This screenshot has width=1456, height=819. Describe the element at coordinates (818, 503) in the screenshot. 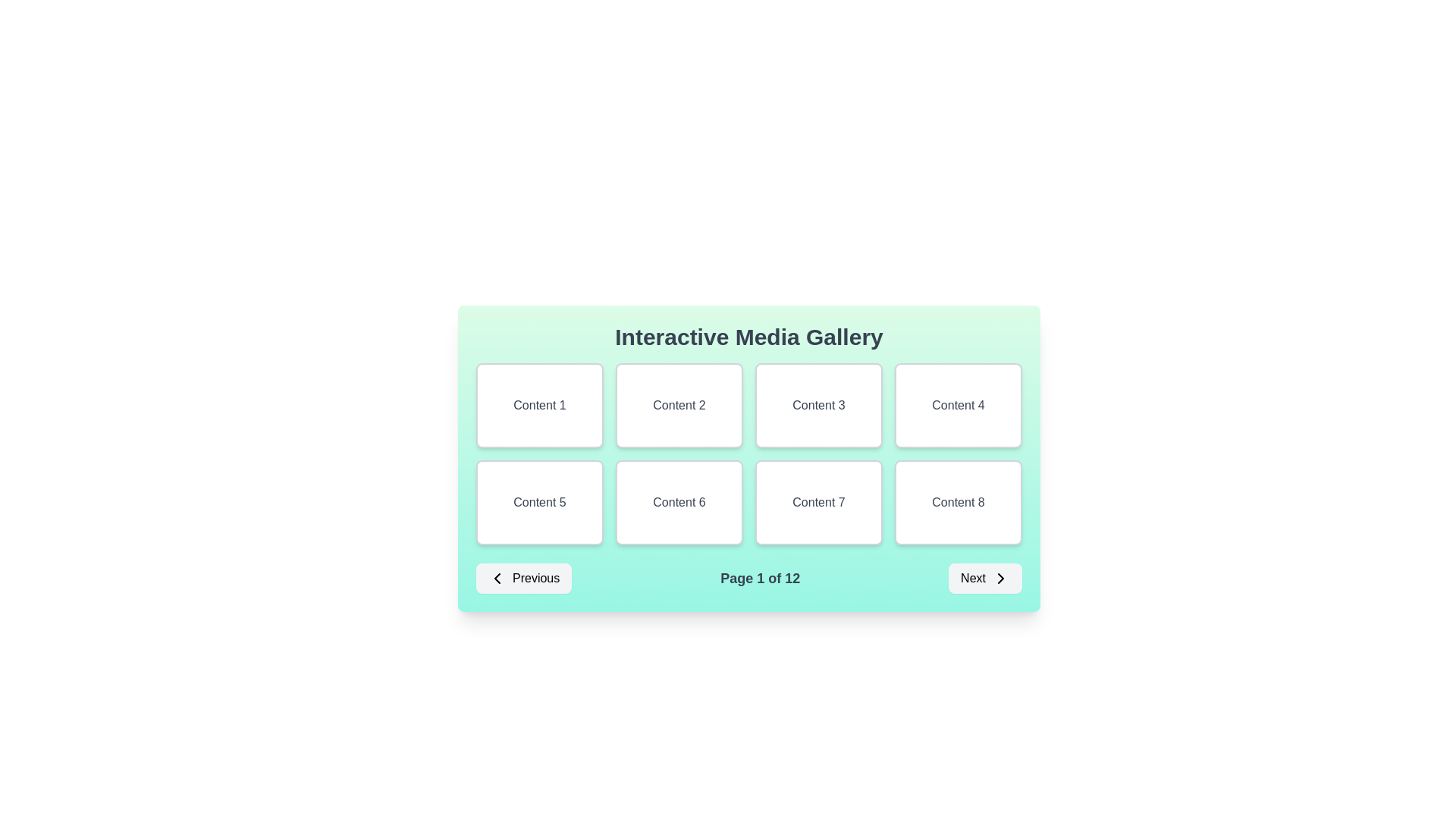

I see `the rectangular card with the text 'Content 7' centered within it, located in the second row, third column of the grid under the 'Interactive Media Gallery' header` at that location.